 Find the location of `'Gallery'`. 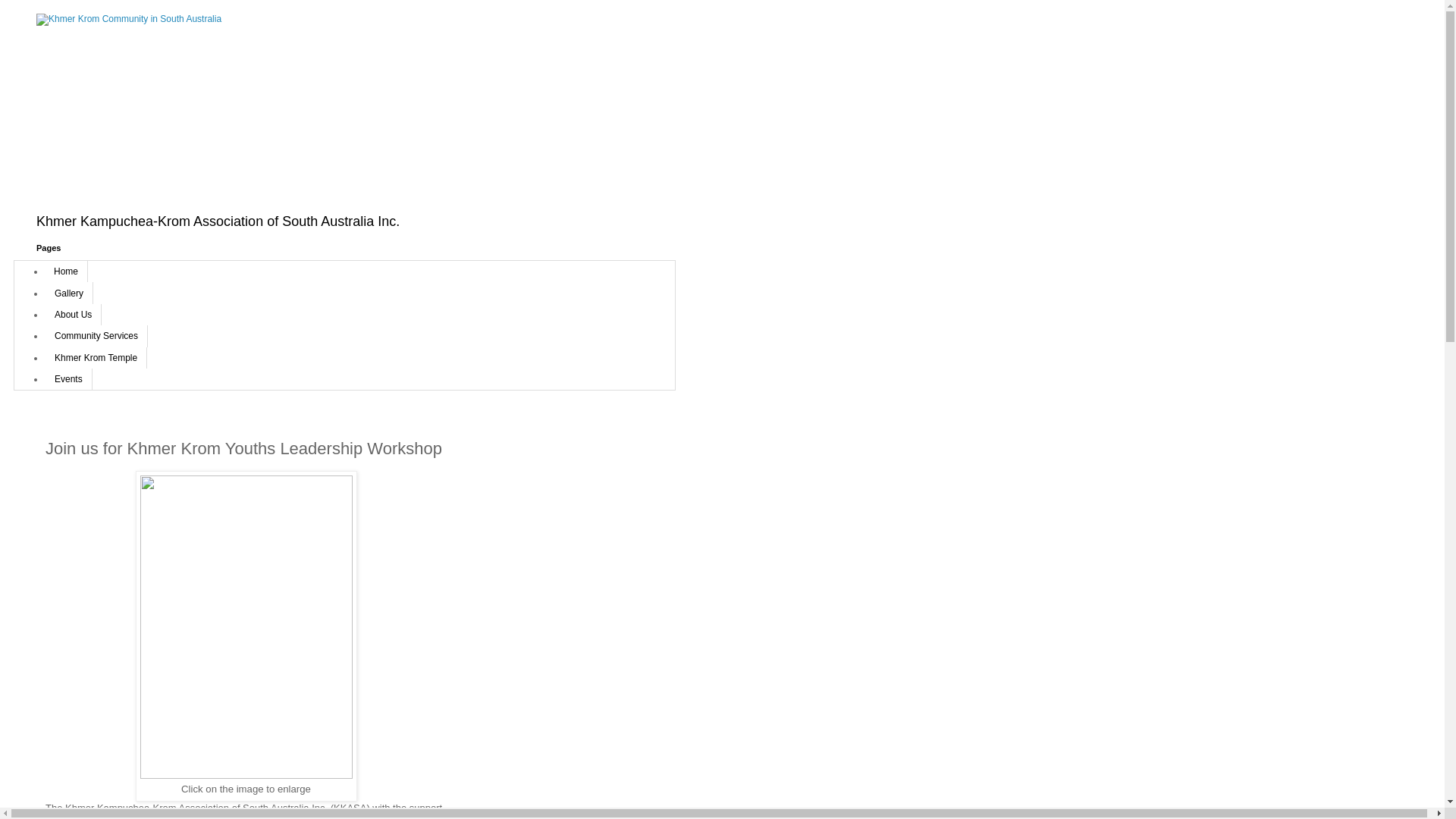

'Gallery' is located at coordinates (68, 292).